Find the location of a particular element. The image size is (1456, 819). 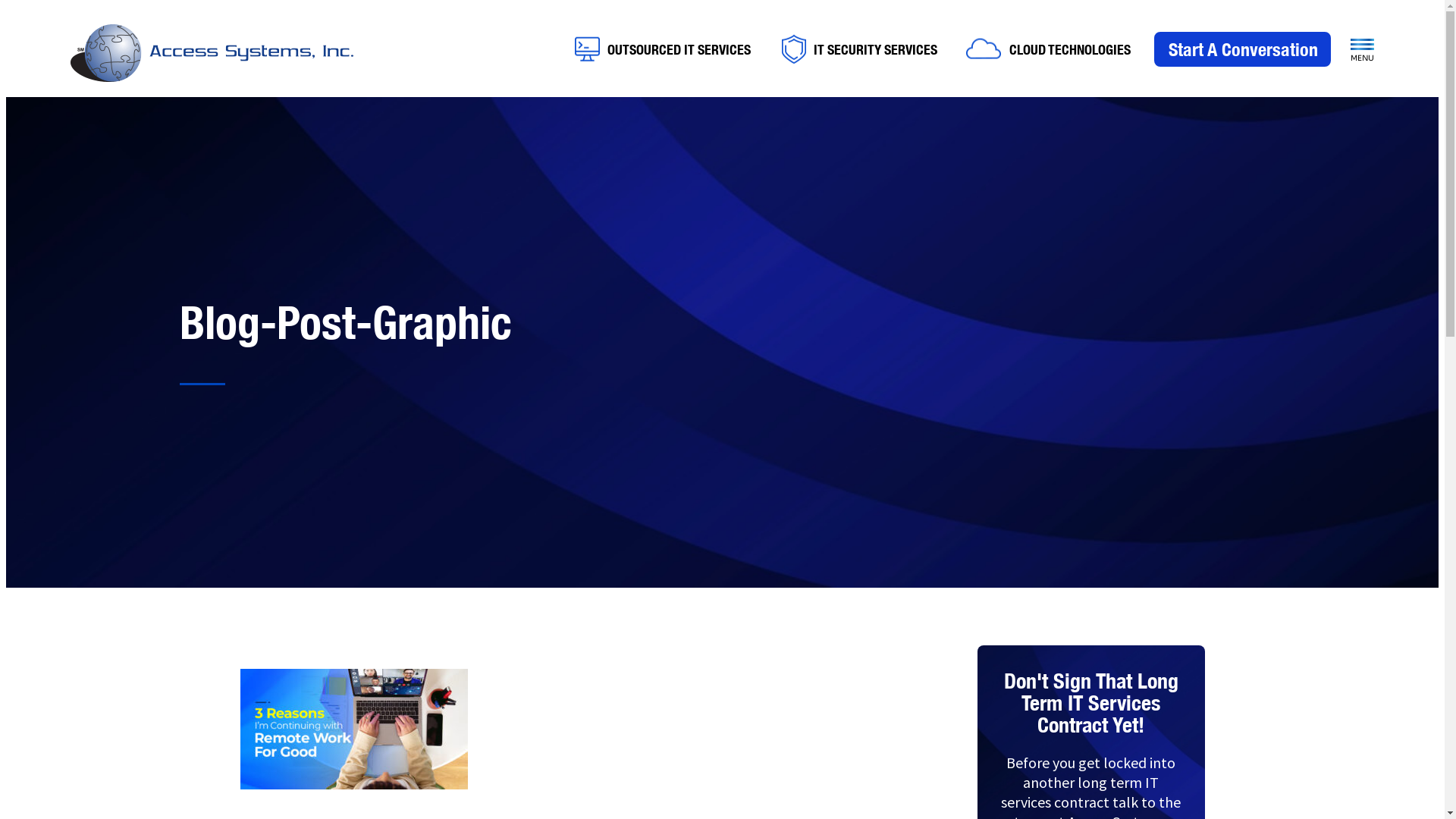

'MENU' is located at coordinates (1362, 49).